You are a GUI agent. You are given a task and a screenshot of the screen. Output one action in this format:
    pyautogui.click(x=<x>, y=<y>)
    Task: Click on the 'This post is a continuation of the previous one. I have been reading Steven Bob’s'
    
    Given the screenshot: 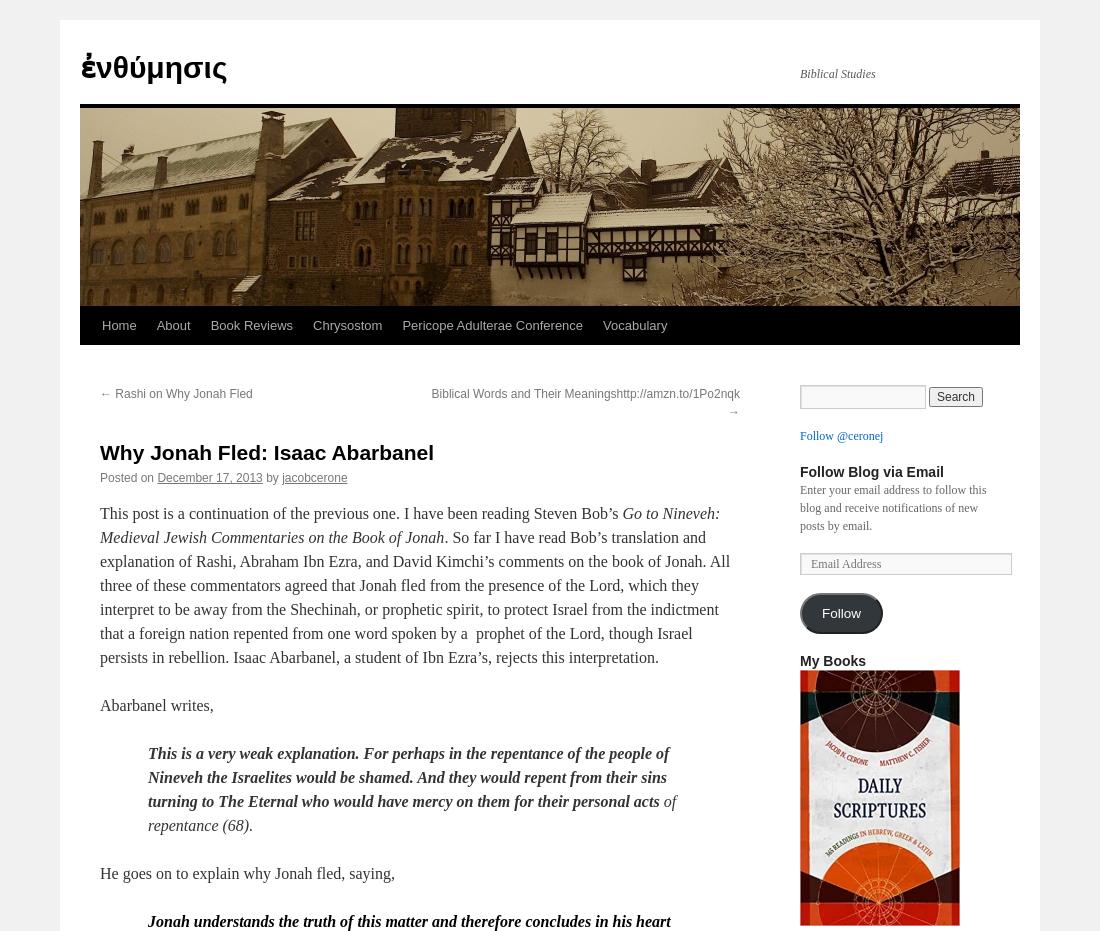 What is the action you would take?
    pyautogui.click(x=361, y=513)
    